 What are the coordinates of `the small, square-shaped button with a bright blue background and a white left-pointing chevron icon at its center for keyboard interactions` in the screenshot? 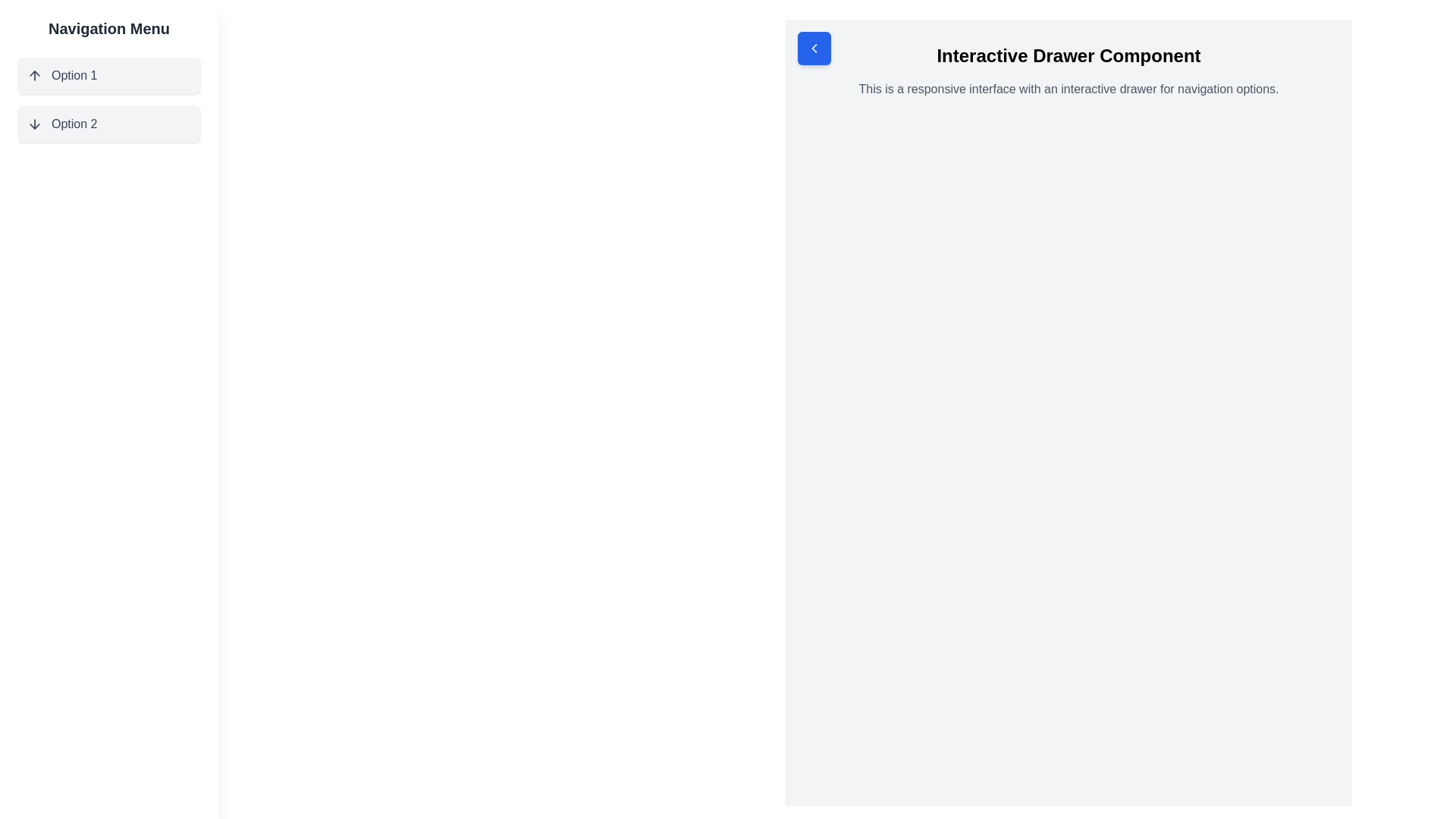 It's located at (814, 48).